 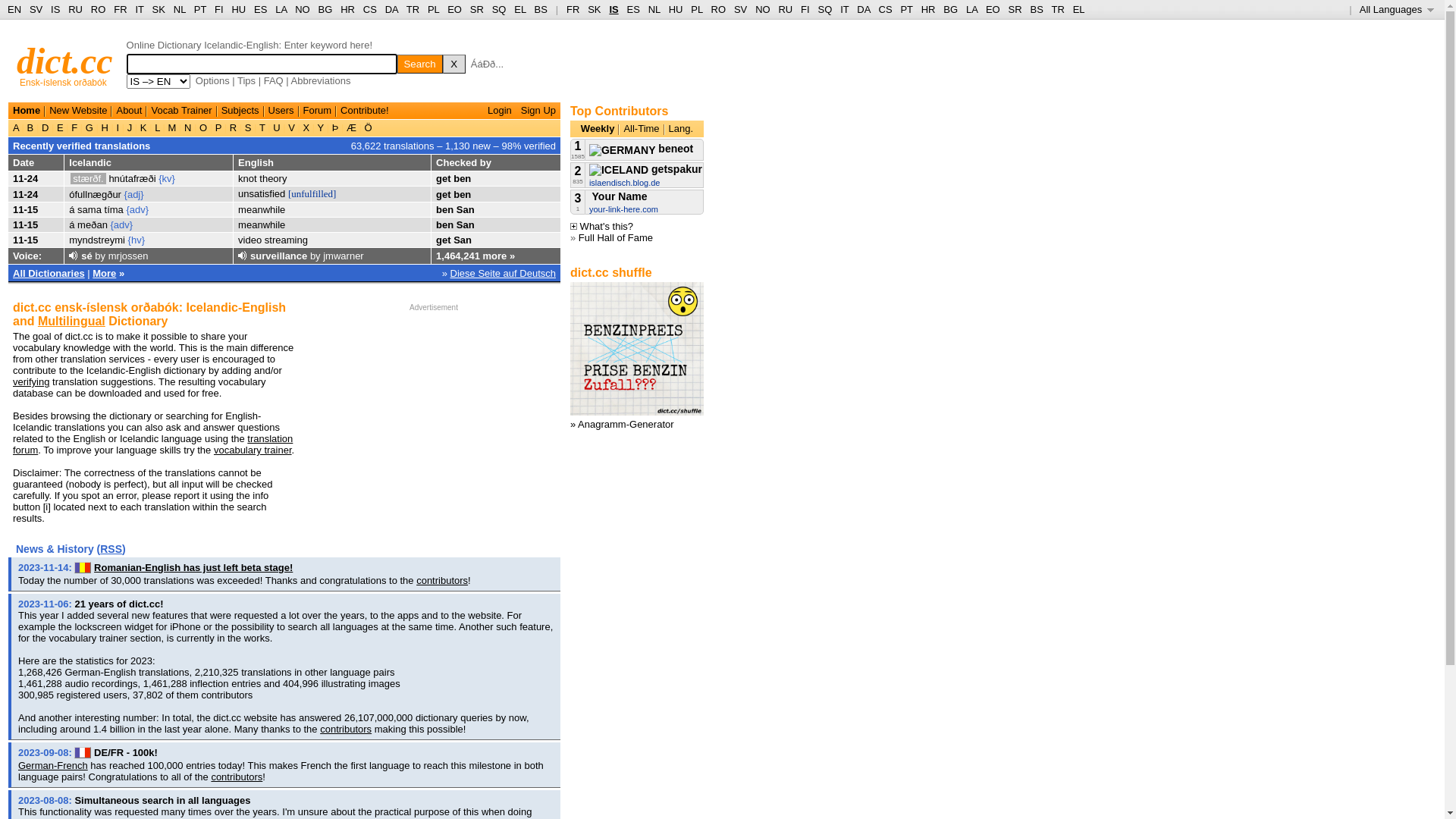 I want to click on 'D', so click(x=39, y=127).